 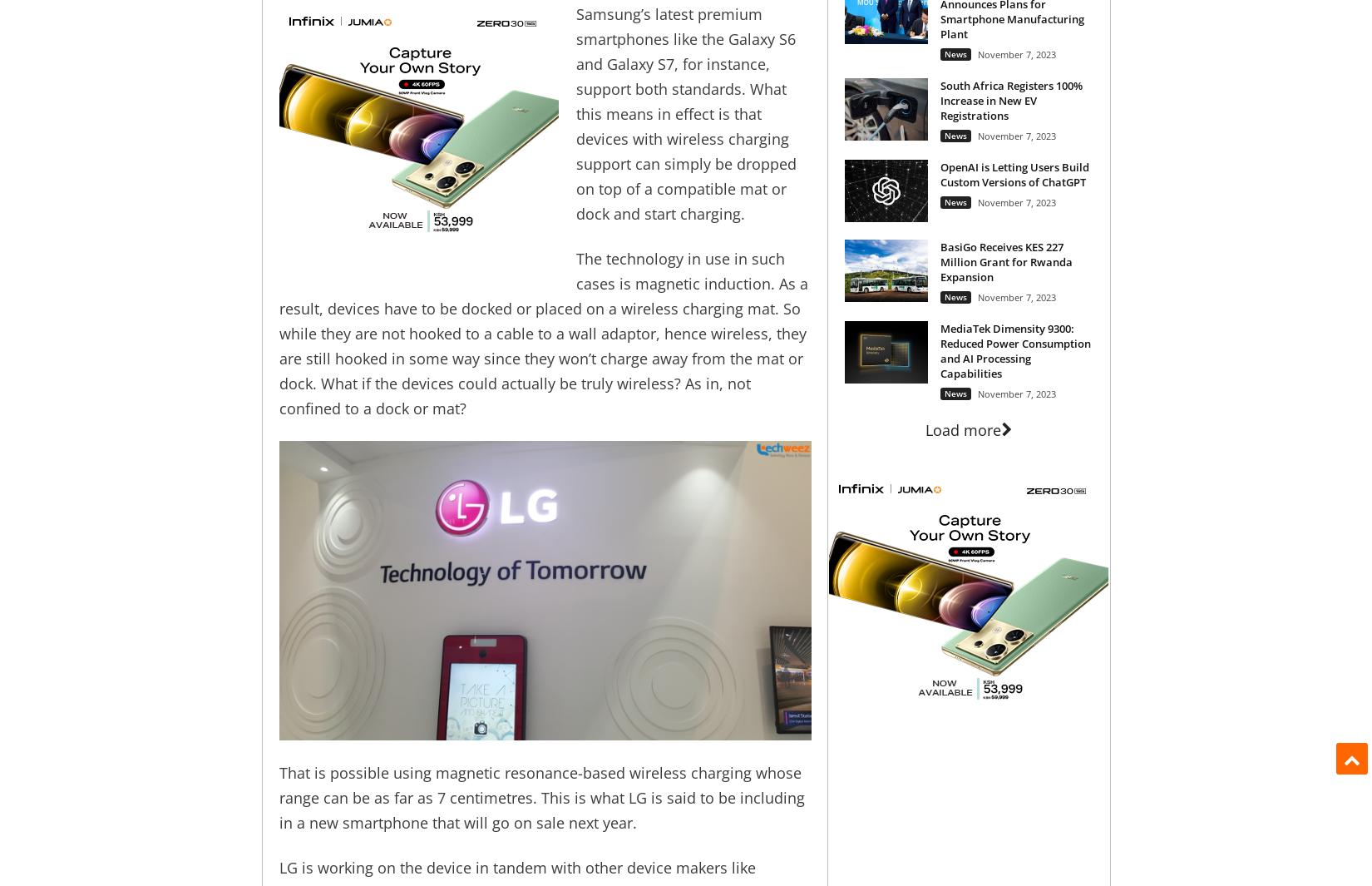 What do you see at coordinates (1005, 260) in the screenshot?
I see `'BasiGo Receives KES 227 Million Grant for Rwanda Expansion'` at bounding box center [1005, 260].